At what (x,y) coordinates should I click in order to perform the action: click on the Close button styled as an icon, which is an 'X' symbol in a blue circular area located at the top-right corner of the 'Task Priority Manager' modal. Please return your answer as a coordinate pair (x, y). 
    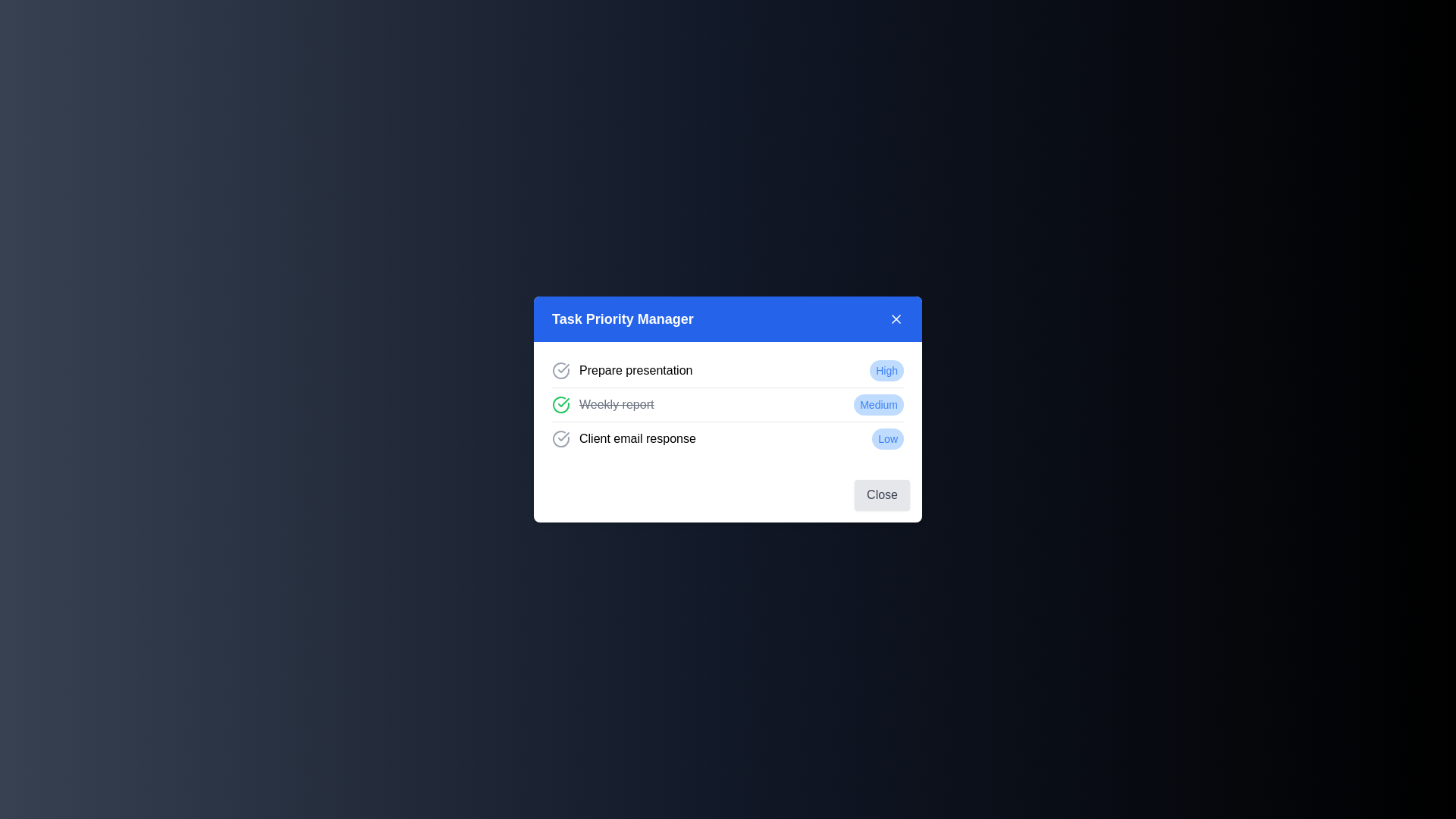
    Looking at the image, I should click on (896, 318).